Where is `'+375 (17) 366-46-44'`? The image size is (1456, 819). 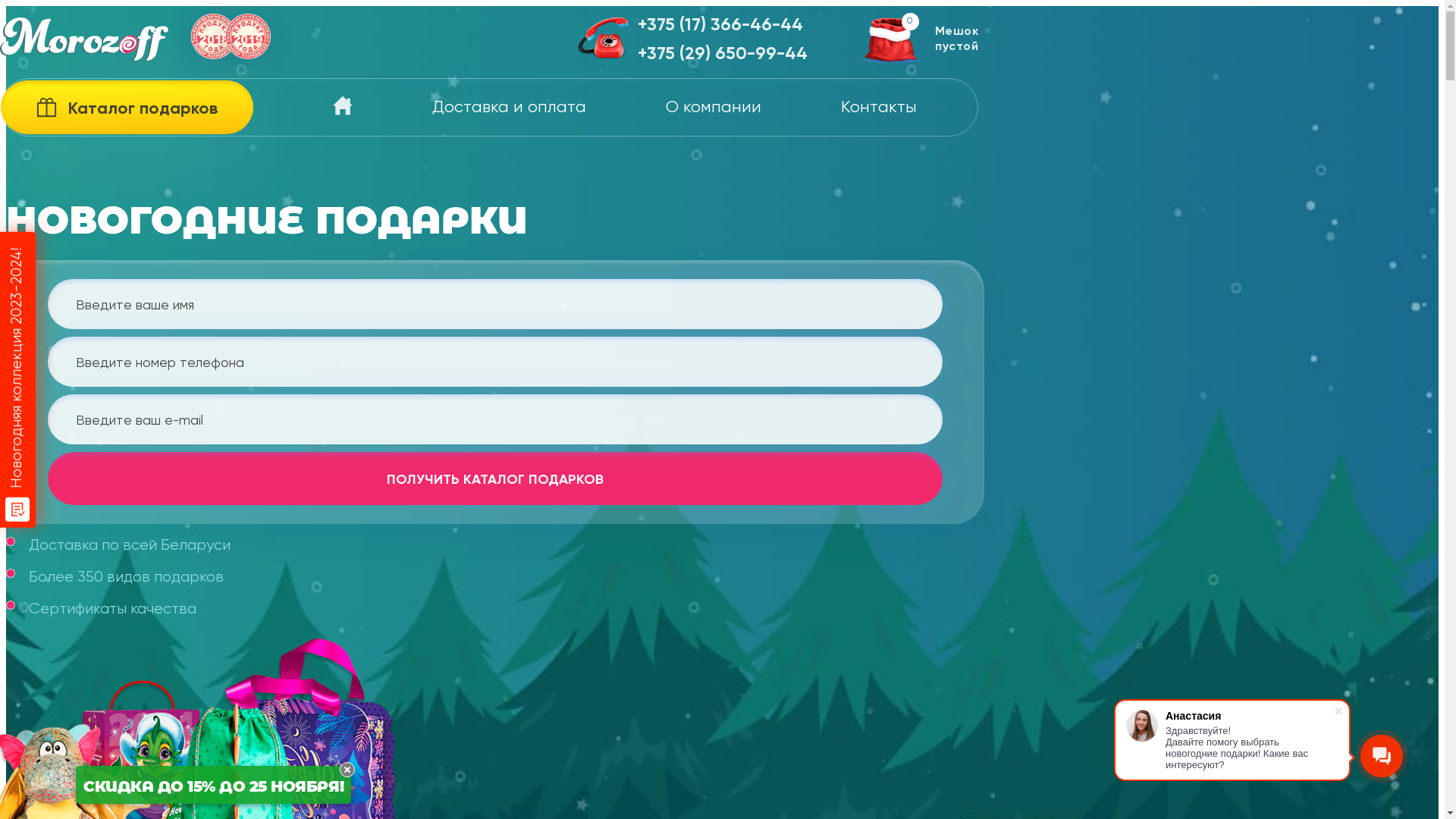 '+375 (17) 366-46-44' is located at coordinates (722, 25).